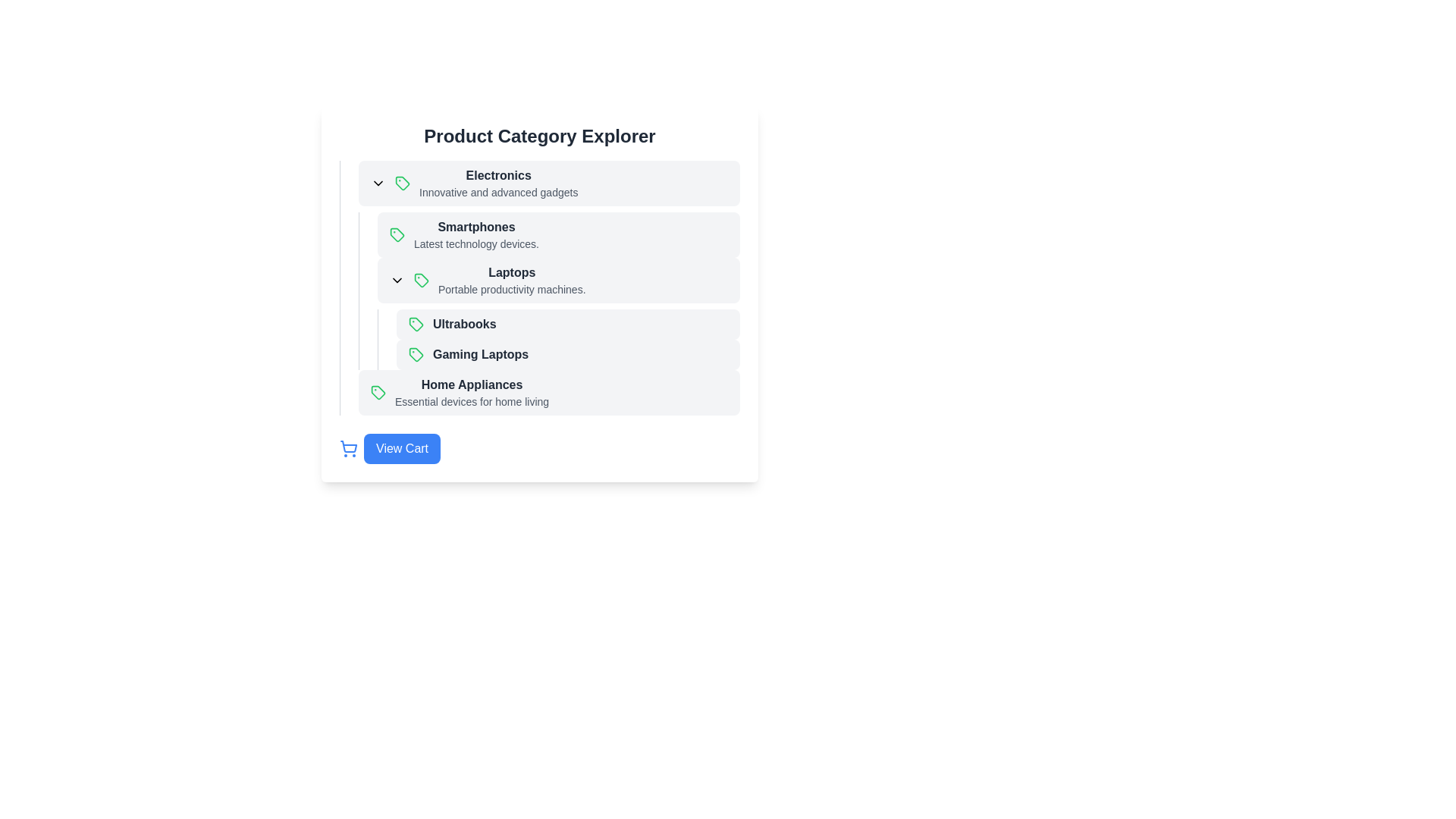  I want to click on the shopping cart icon located to the left of the 'View Cart' button in the bottom section of the product categories panel, so click(348, 447).